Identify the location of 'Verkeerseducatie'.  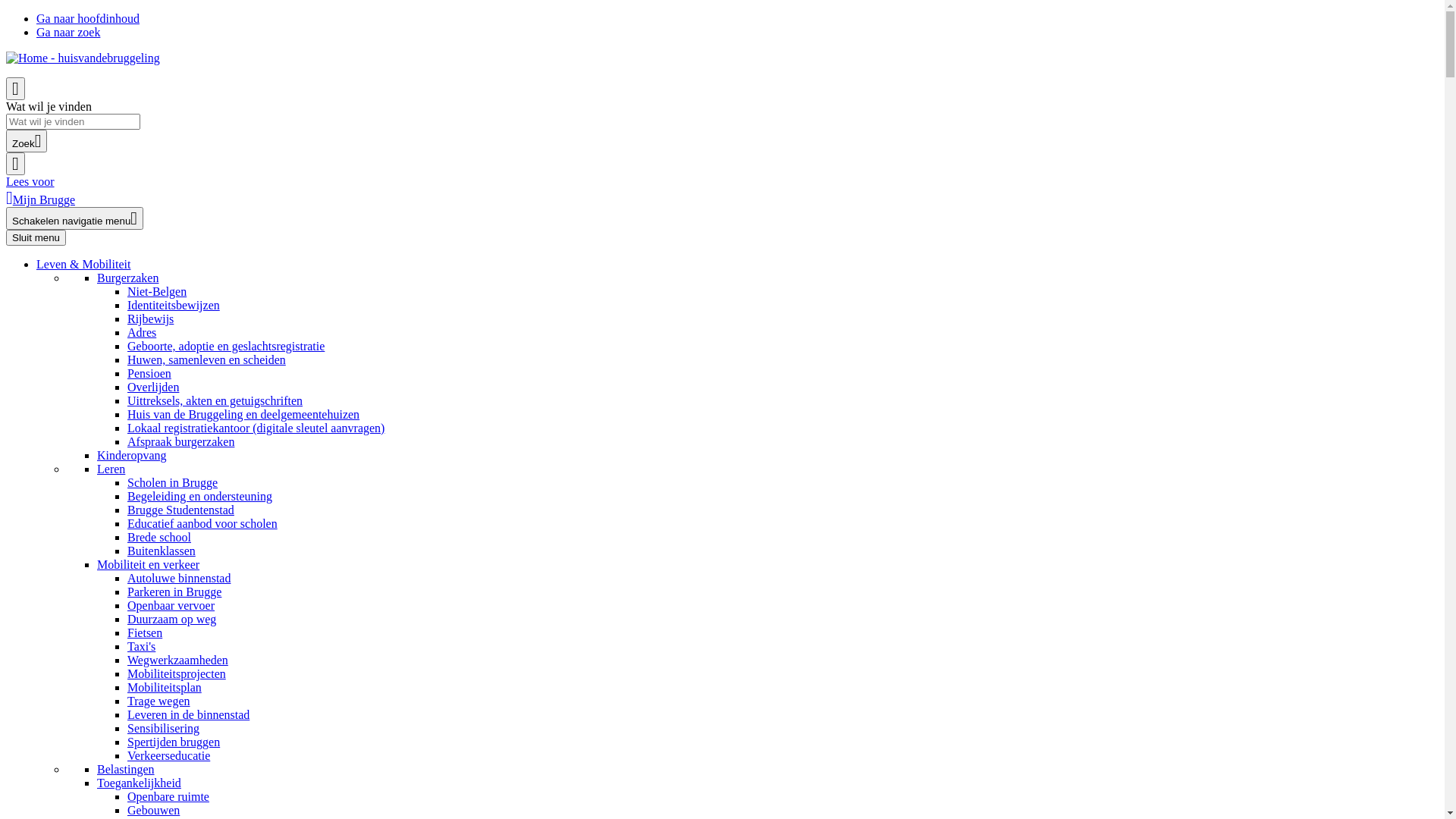
(168, 755).